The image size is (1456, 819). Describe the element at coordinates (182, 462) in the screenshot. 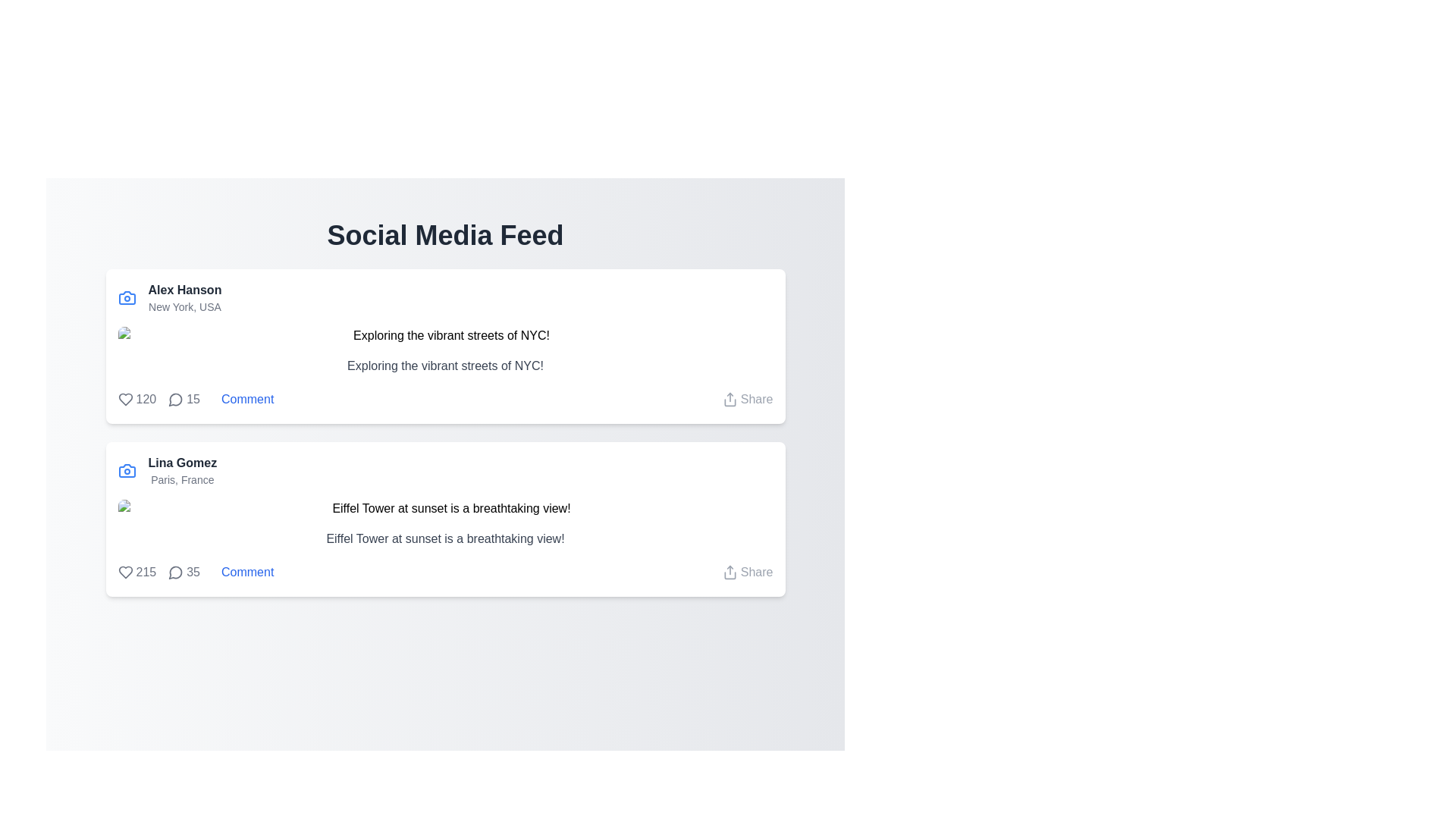

I see `the text label displaying the author's name in the social media post card, located below the profile picture icon` at that location.